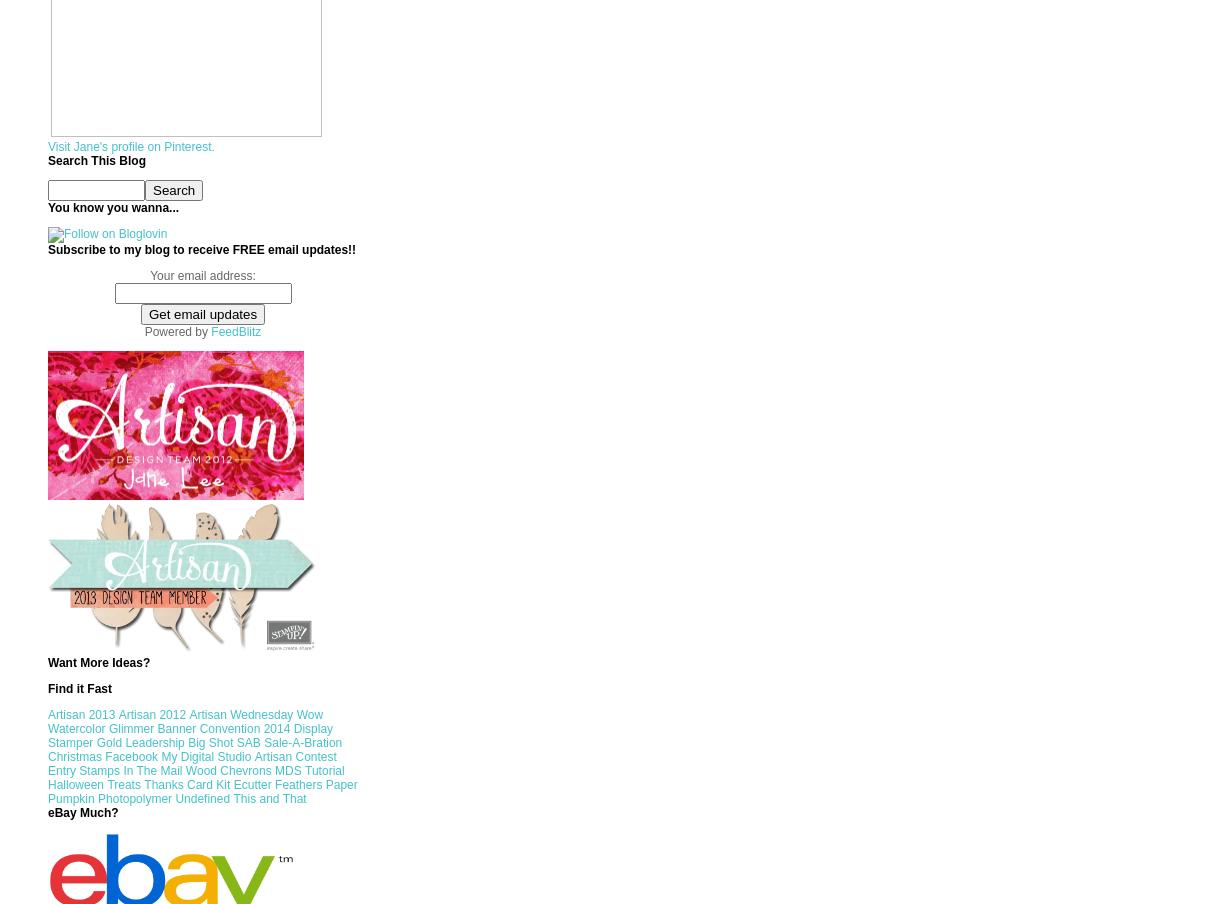  I want to click on 'Facebook', so click(103, 757).